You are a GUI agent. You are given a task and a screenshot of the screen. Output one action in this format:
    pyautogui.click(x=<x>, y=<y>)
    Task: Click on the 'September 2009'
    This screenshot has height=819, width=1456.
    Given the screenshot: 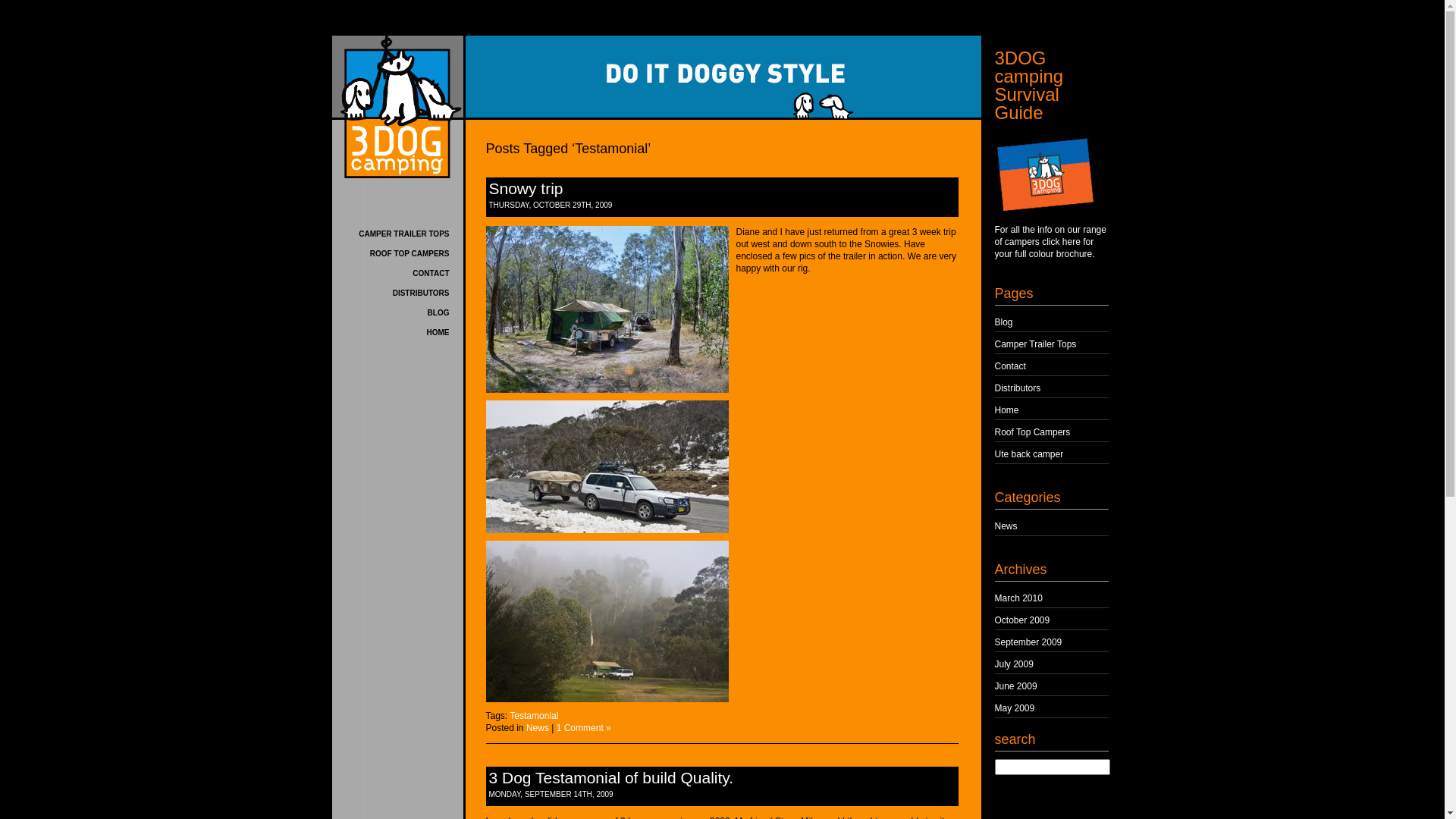 What is the action you would take?
    pyautogui.click(x=994, y=642)
    